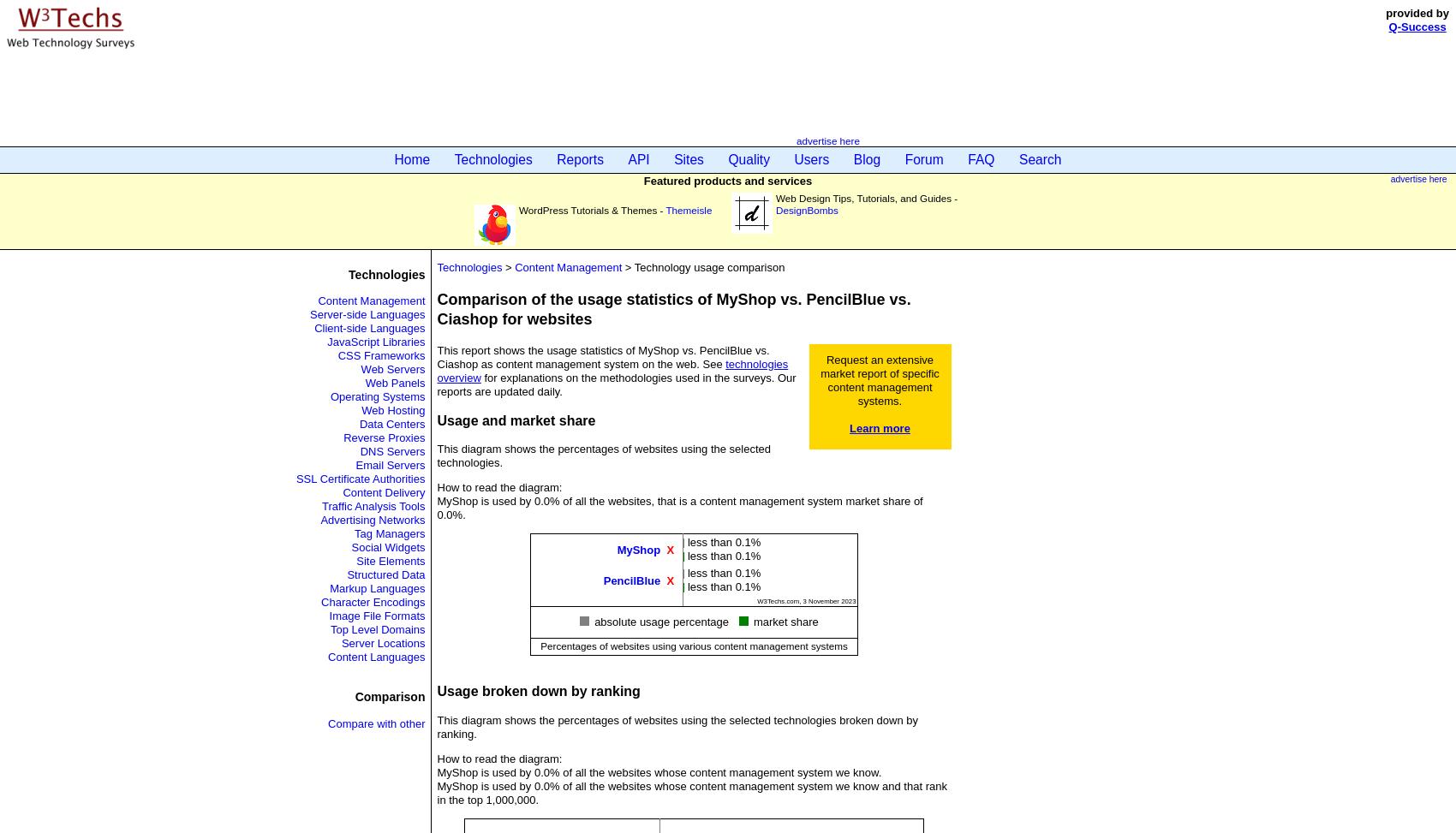 The height and width of the screenshot is (833, 1456). What do you see at coordinates (385, 574) in the screenshot?
I see `'Structured Data'` at bounding box center [385, 574].